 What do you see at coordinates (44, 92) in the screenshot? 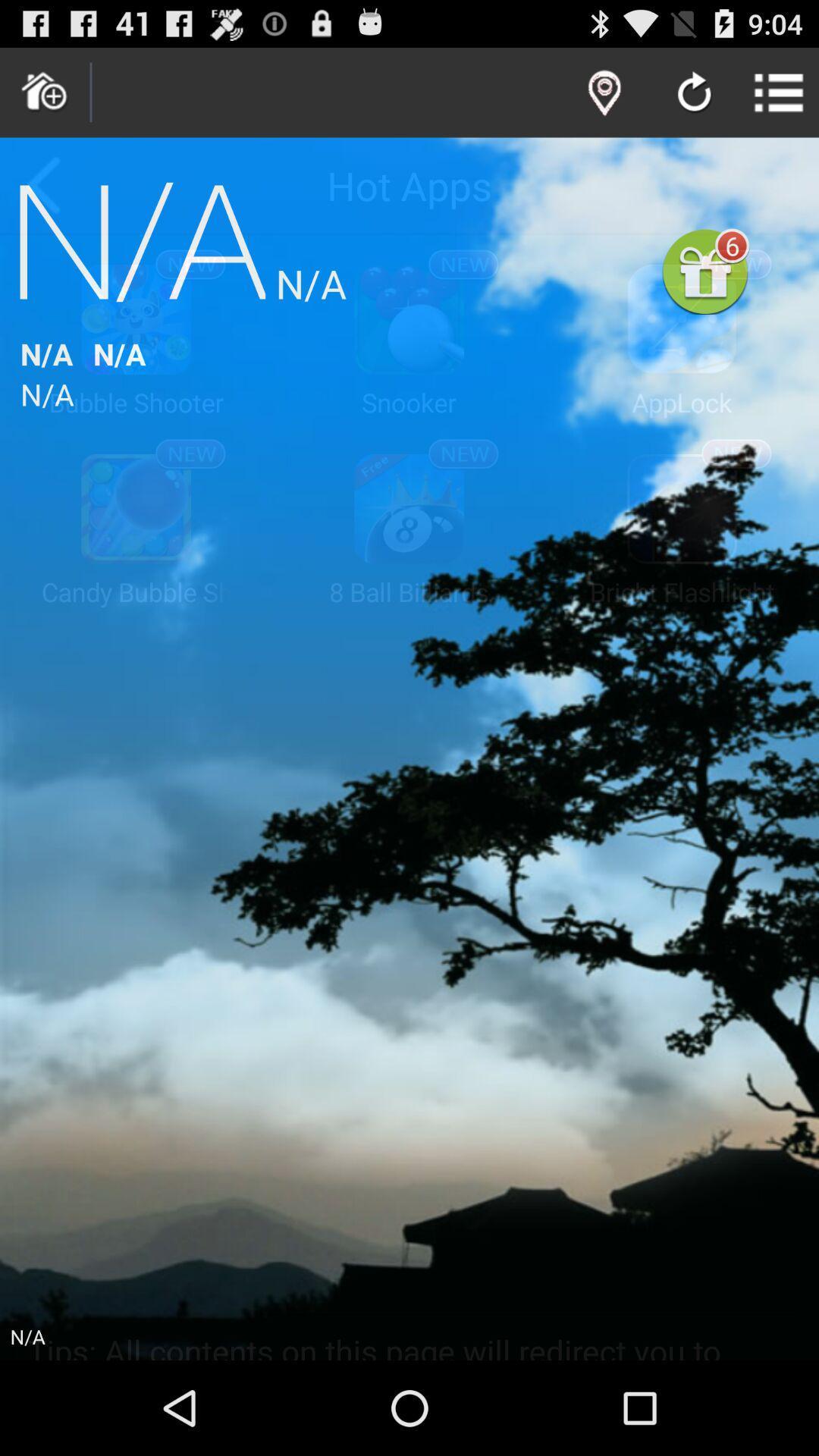
I see `home location` at bounding box center [44, 92].